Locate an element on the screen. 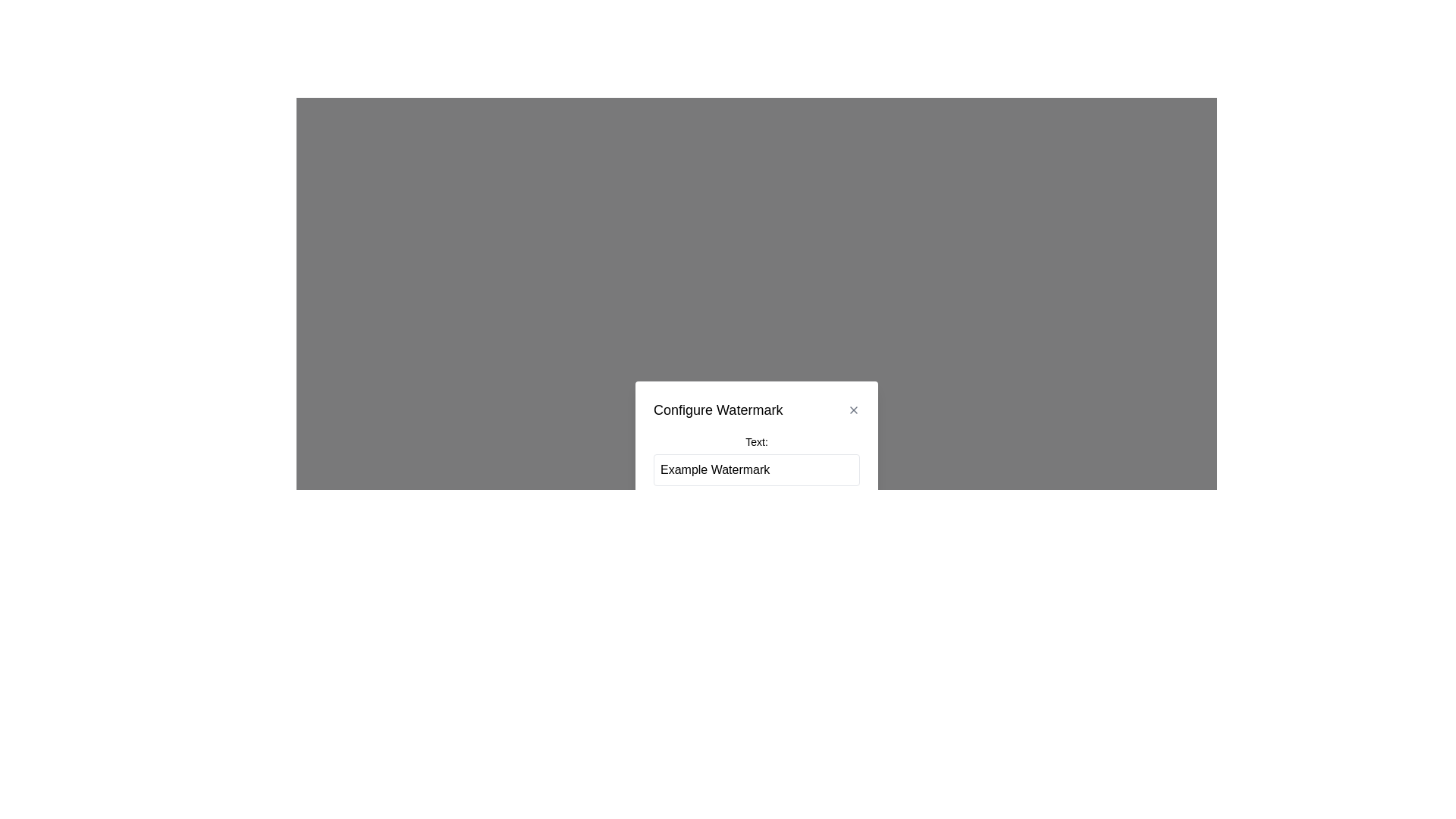 The height and width of the screenshot is (819, 1456). the label that describes the input field below it, which is centrally aligned in the modal dialog box is located at coordinates (757, 441).